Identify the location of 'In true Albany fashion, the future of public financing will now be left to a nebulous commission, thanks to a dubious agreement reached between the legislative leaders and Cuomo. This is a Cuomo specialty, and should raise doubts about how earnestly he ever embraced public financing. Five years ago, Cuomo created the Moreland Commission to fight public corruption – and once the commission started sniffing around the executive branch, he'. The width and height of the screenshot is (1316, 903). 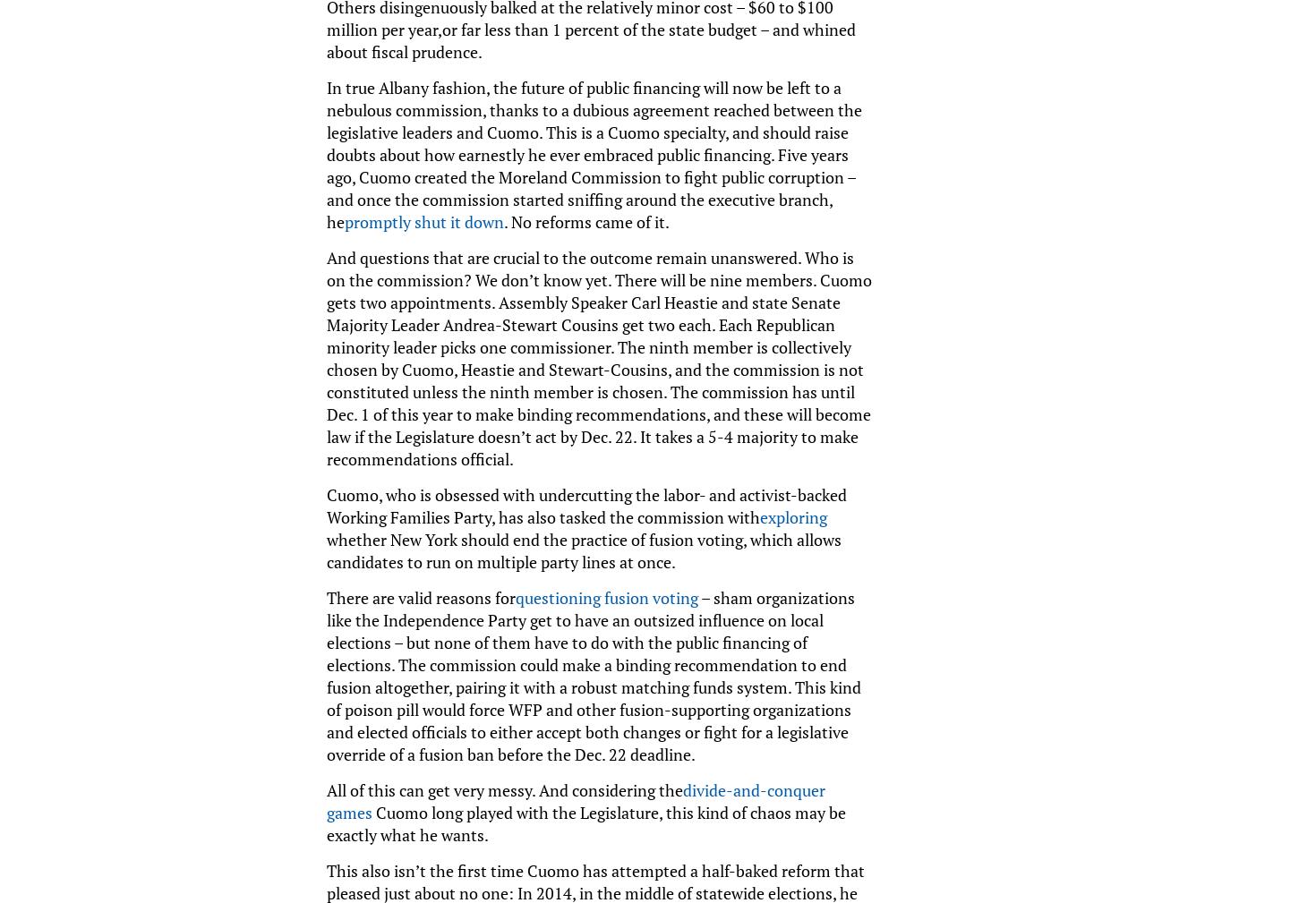
(593, 153).